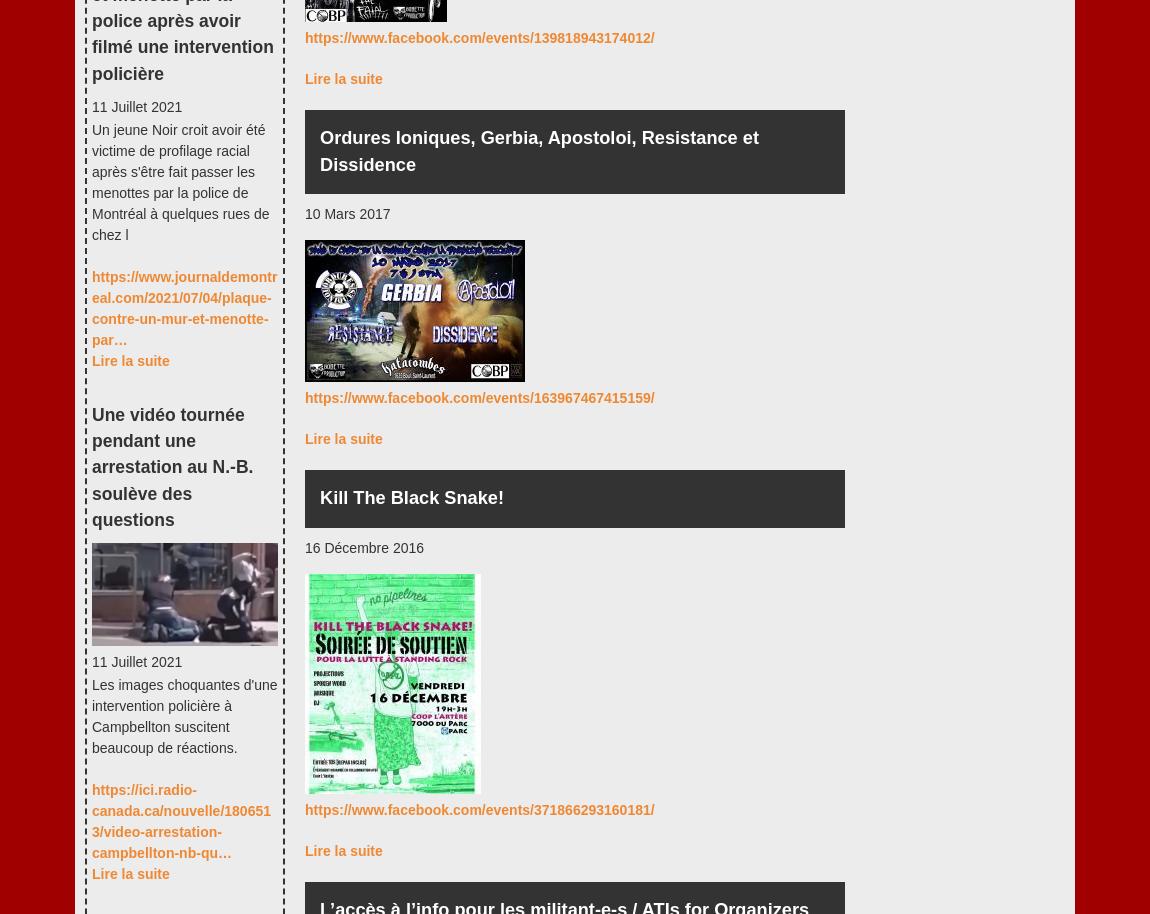 The width and height of the screenshot is (1150, 914). What do you see at coordinates (347, 213) in the screenshot?
I see `'10 Mars 2017'` at bounding box center [347, 213].